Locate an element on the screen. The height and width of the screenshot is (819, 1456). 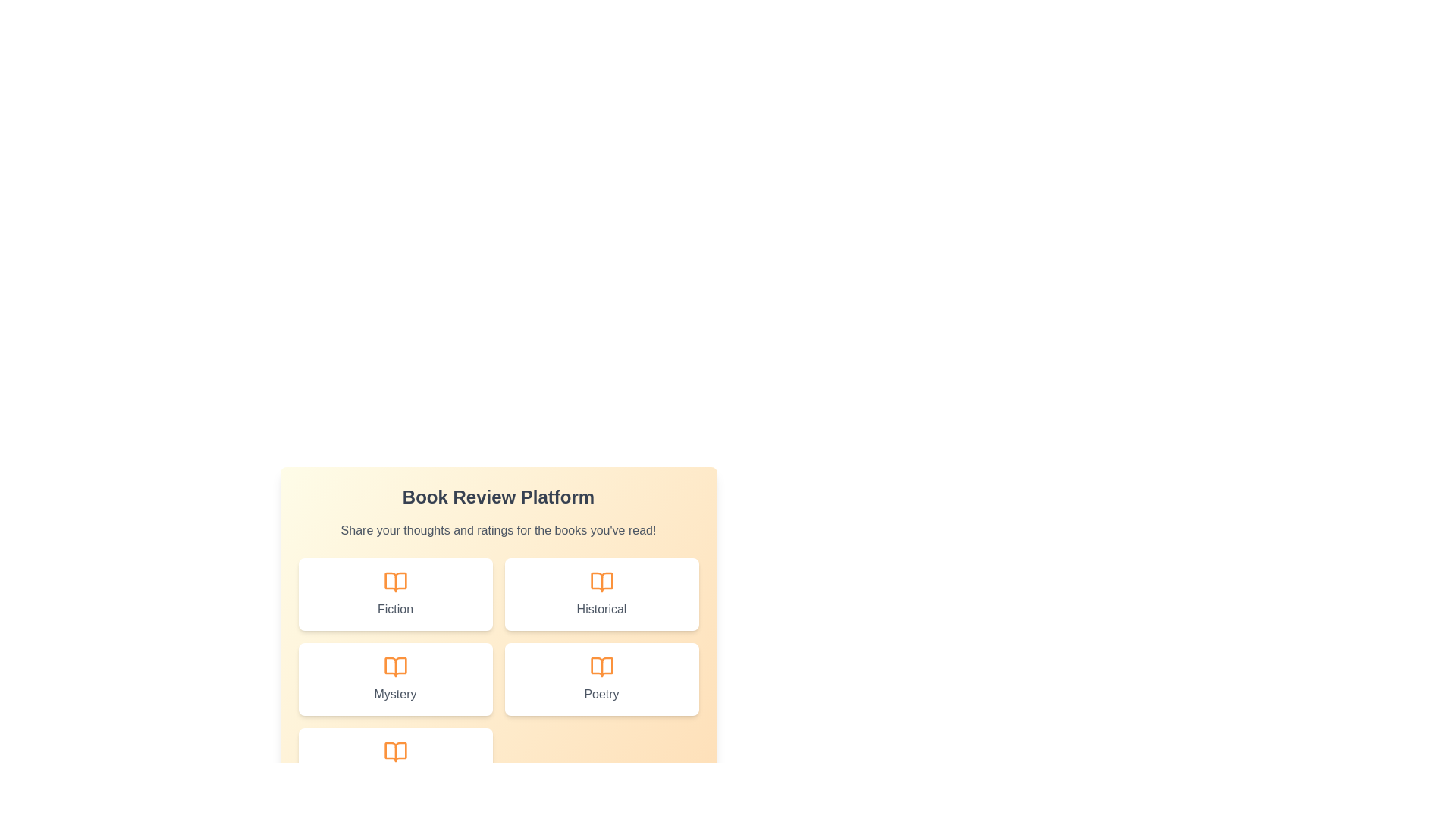
the Icon Button that resembles an open book, which is located in the lower section of the interface below the categories 'Fiction', 'Historical', 'Mystery', and 'Poetry' is located at coordinates (395, 752).